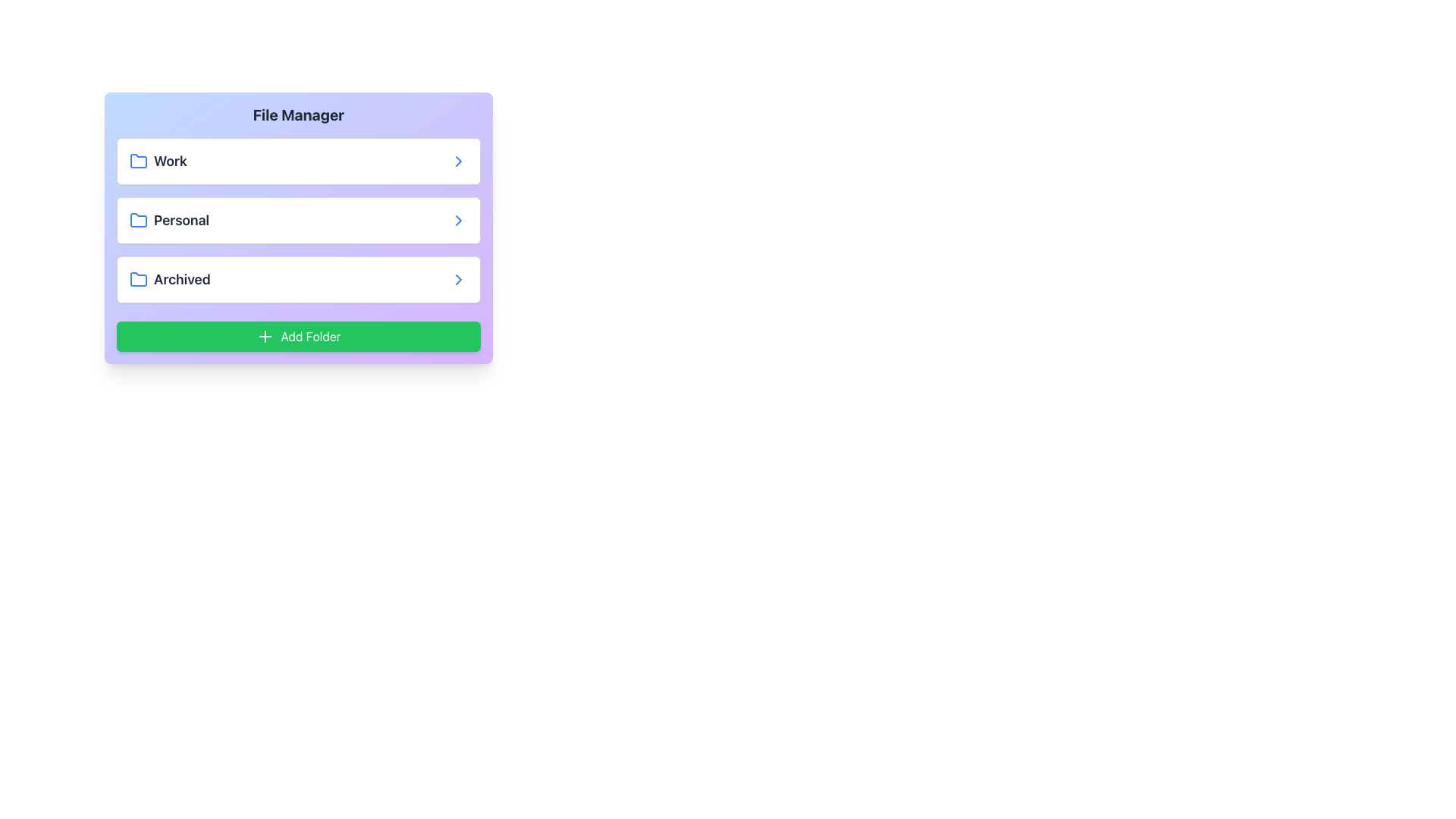  What do you see at coordinates (457, 161) in the screenshot?
I see `the chevron icon indicating navigation next to the 'Work' folder` at bounding box center [457, 161].